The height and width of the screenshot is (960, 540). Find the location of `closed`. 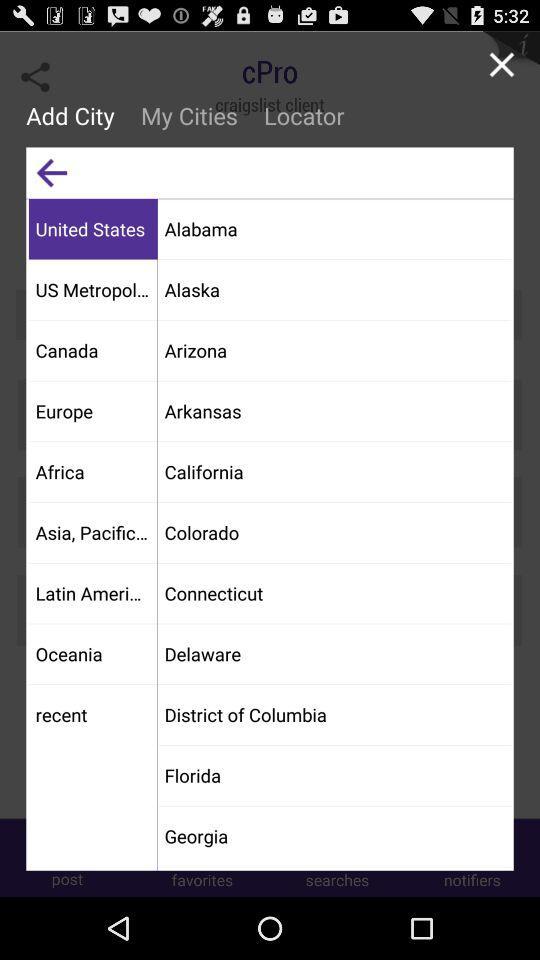

closed is located at coordinates (500, 64).